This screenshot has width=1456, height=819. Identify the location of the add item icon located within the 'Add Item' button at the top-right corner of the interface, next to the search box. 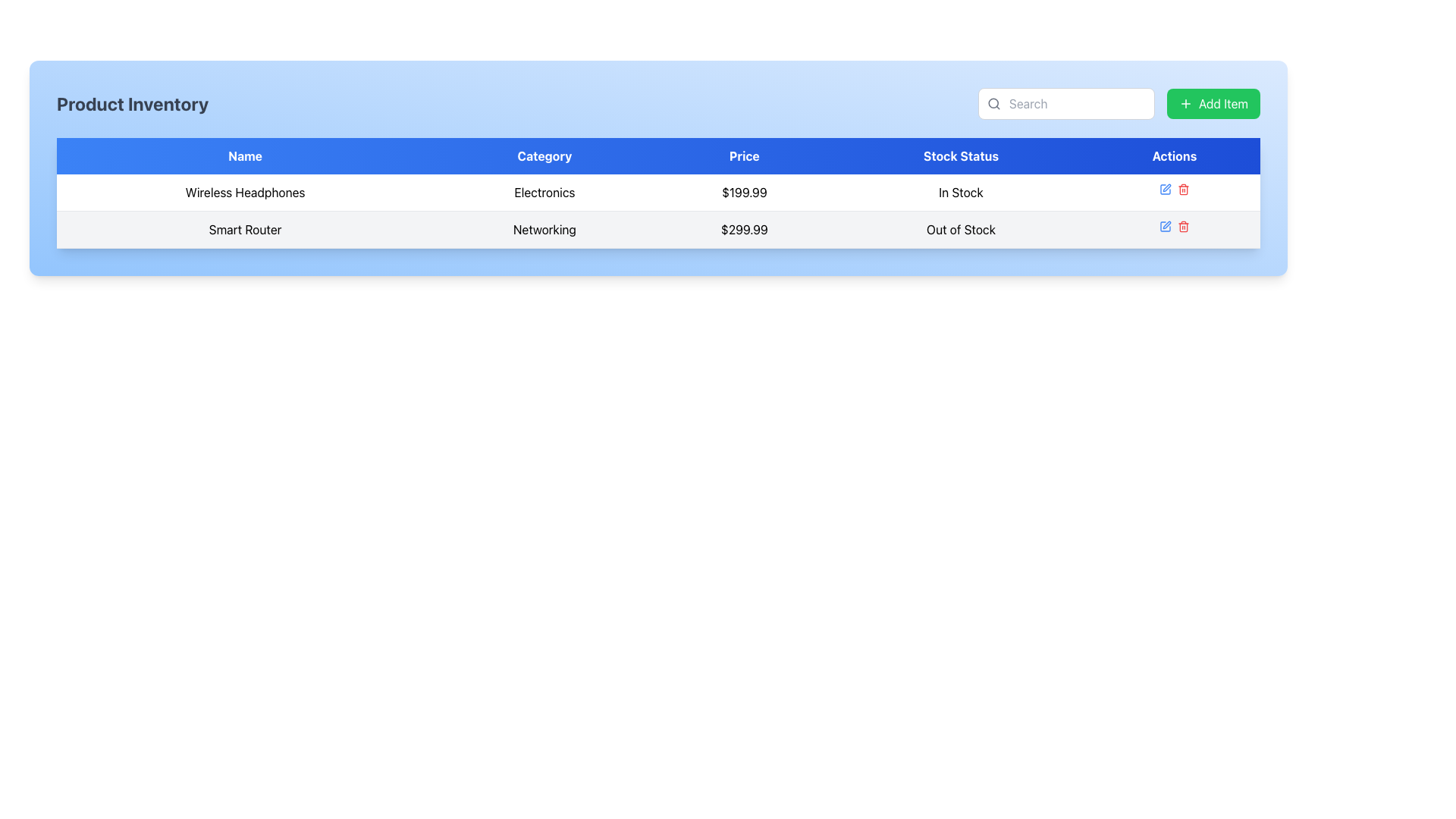
(1185, 103).